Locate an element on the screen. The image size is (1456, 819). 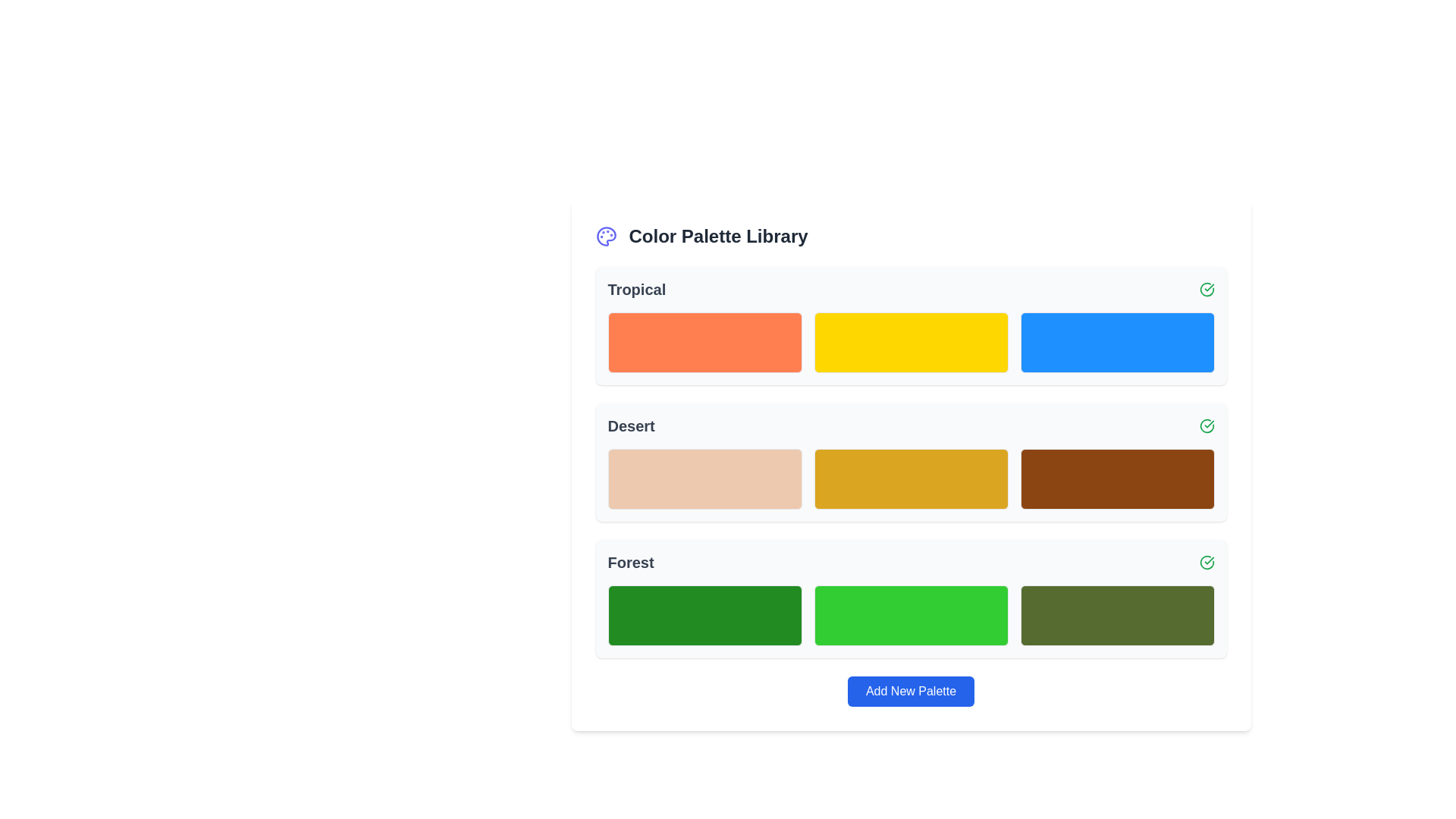
the grid element containing three rectangular color preview blocks labeled 'Tropical' is located at coordinates (910, 342).